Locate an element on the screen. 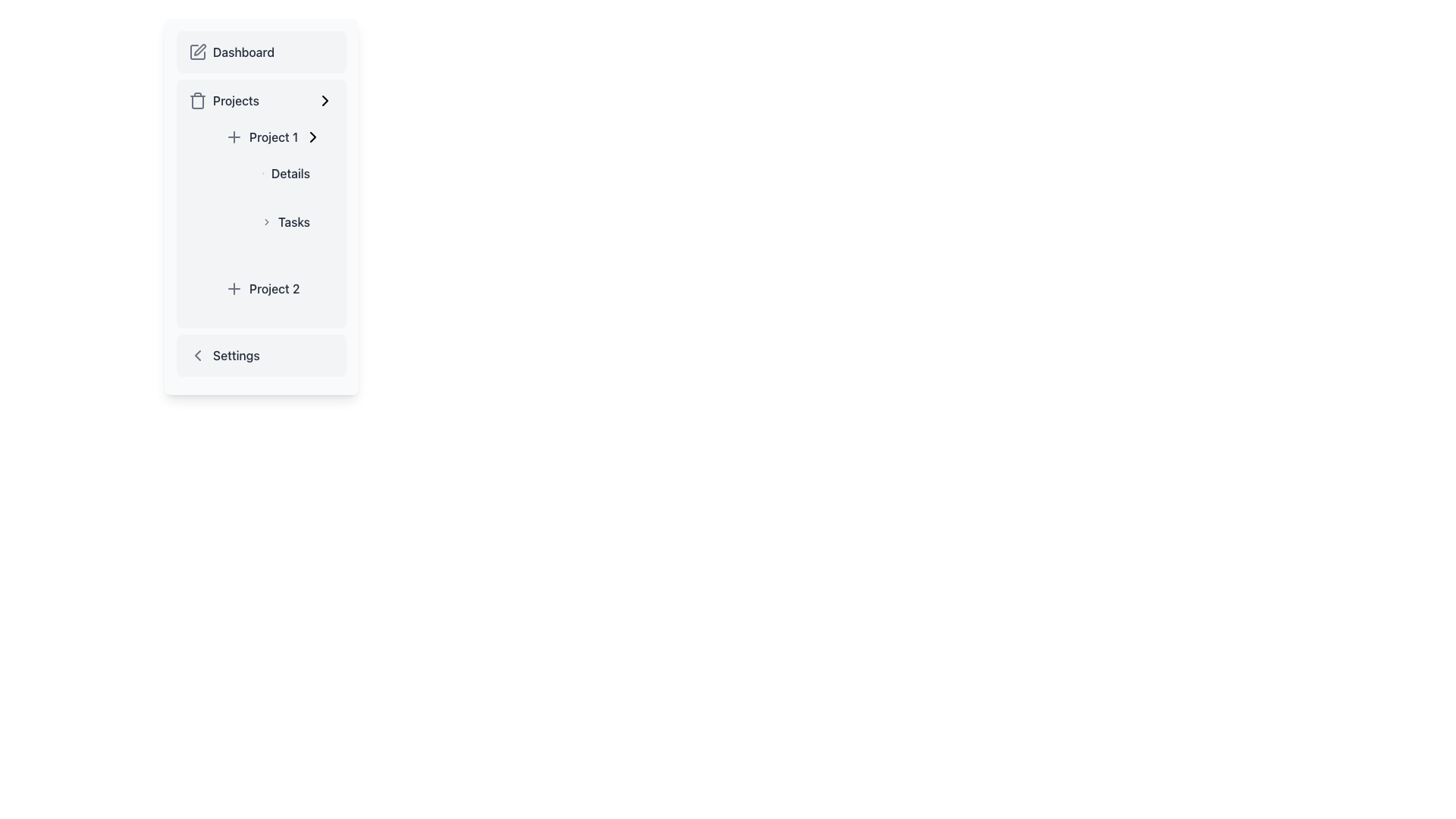 The height and width of the screenshot is (819, 1456). the text label located in the sidebar menu under the 'Project 1' section, which serves as a navigation link for the 'Details' feature is located at coordinates (290, 172).